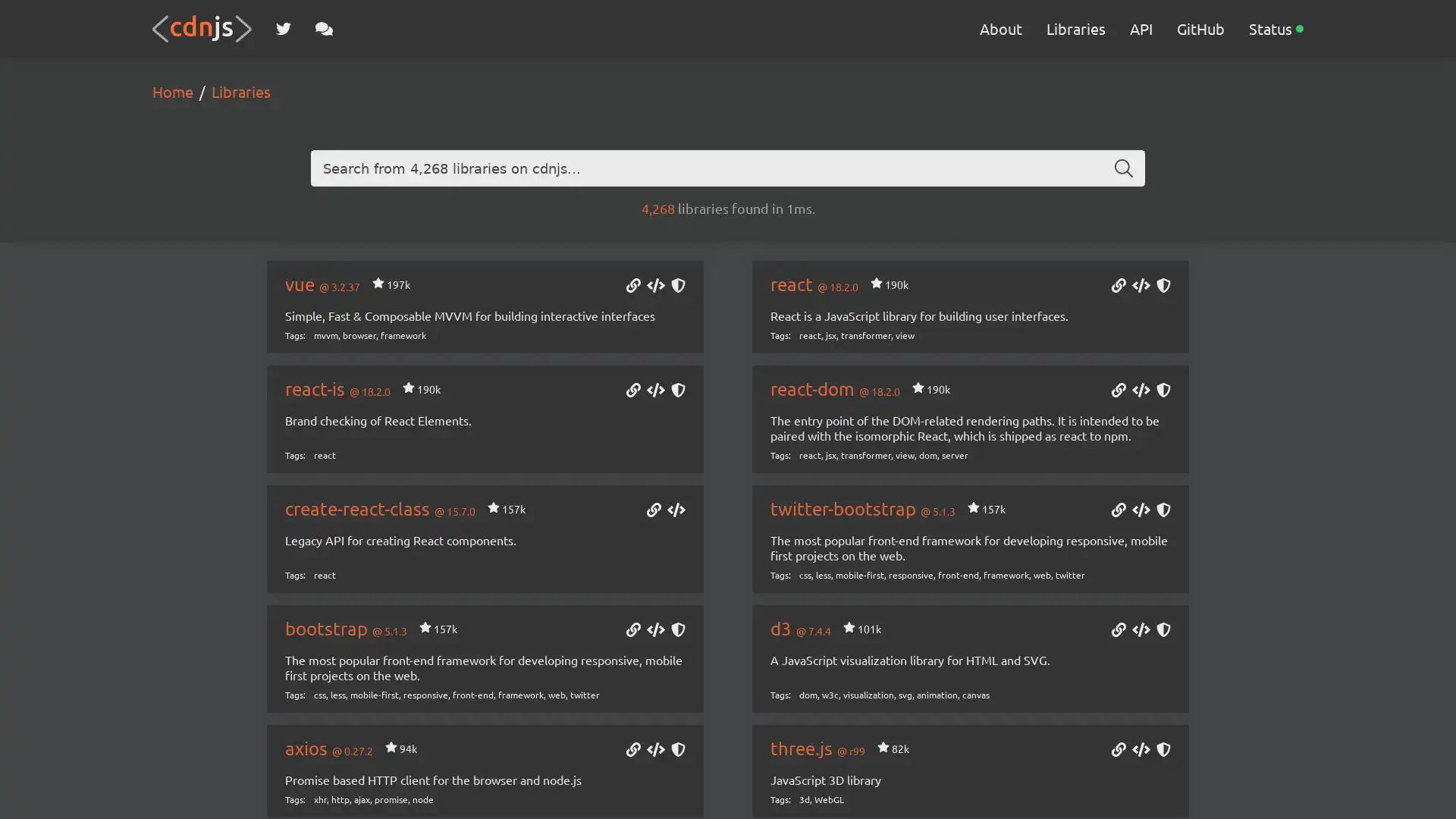 Image resolution: width=1456 pixels, height=819 pixels. What do you see at coordinates (1118, 751) in the screenshot?
I see `Copy URL` at bounding box center [1118, 751].